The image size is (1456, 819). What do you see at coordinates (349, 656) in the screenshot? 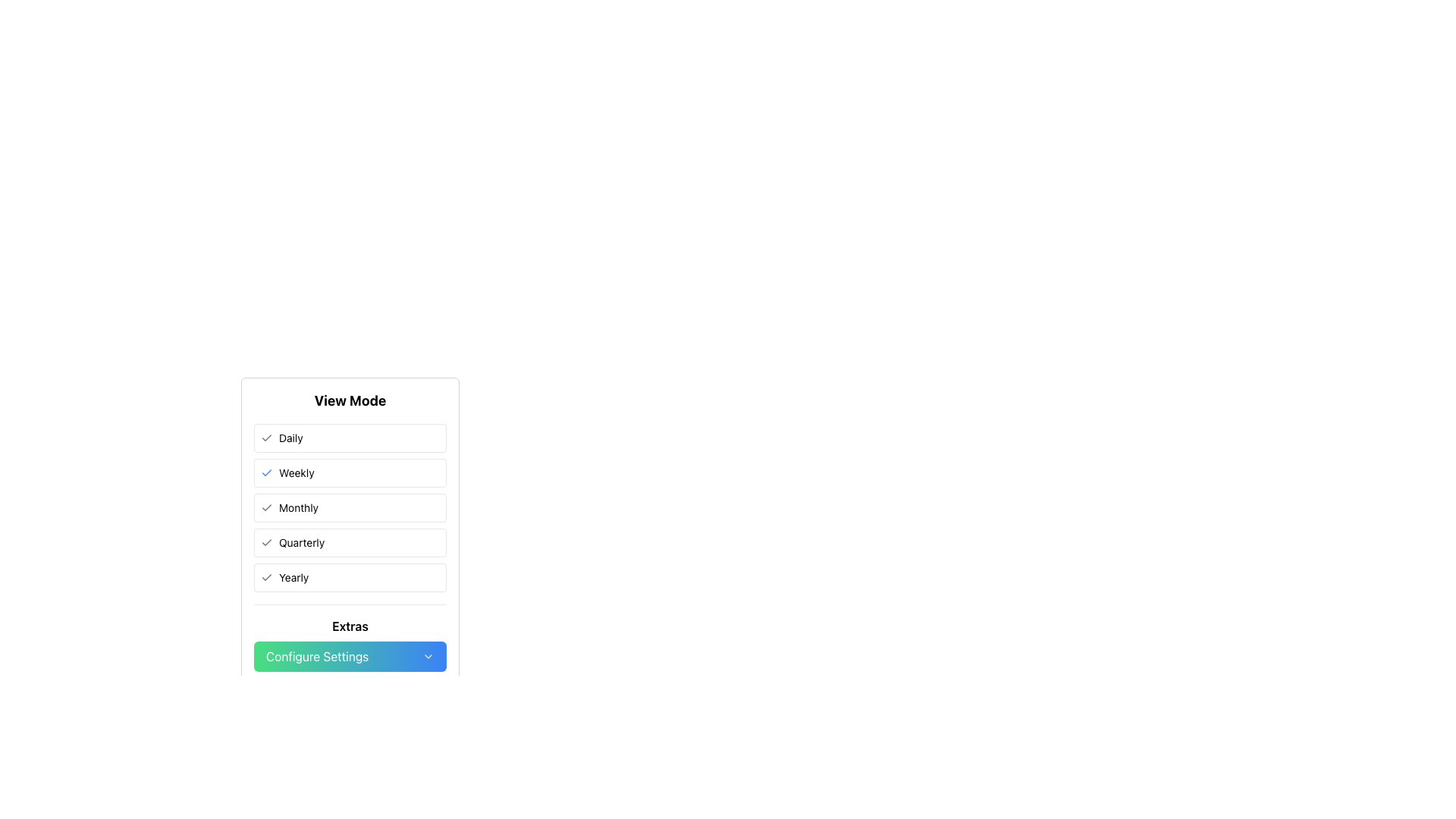
I see `the 'Configure Settings' button, which is a rectangular button with a gradient background from green to blue, located at the bottom of the 'Extras' section` at bounding box center [349, 656].